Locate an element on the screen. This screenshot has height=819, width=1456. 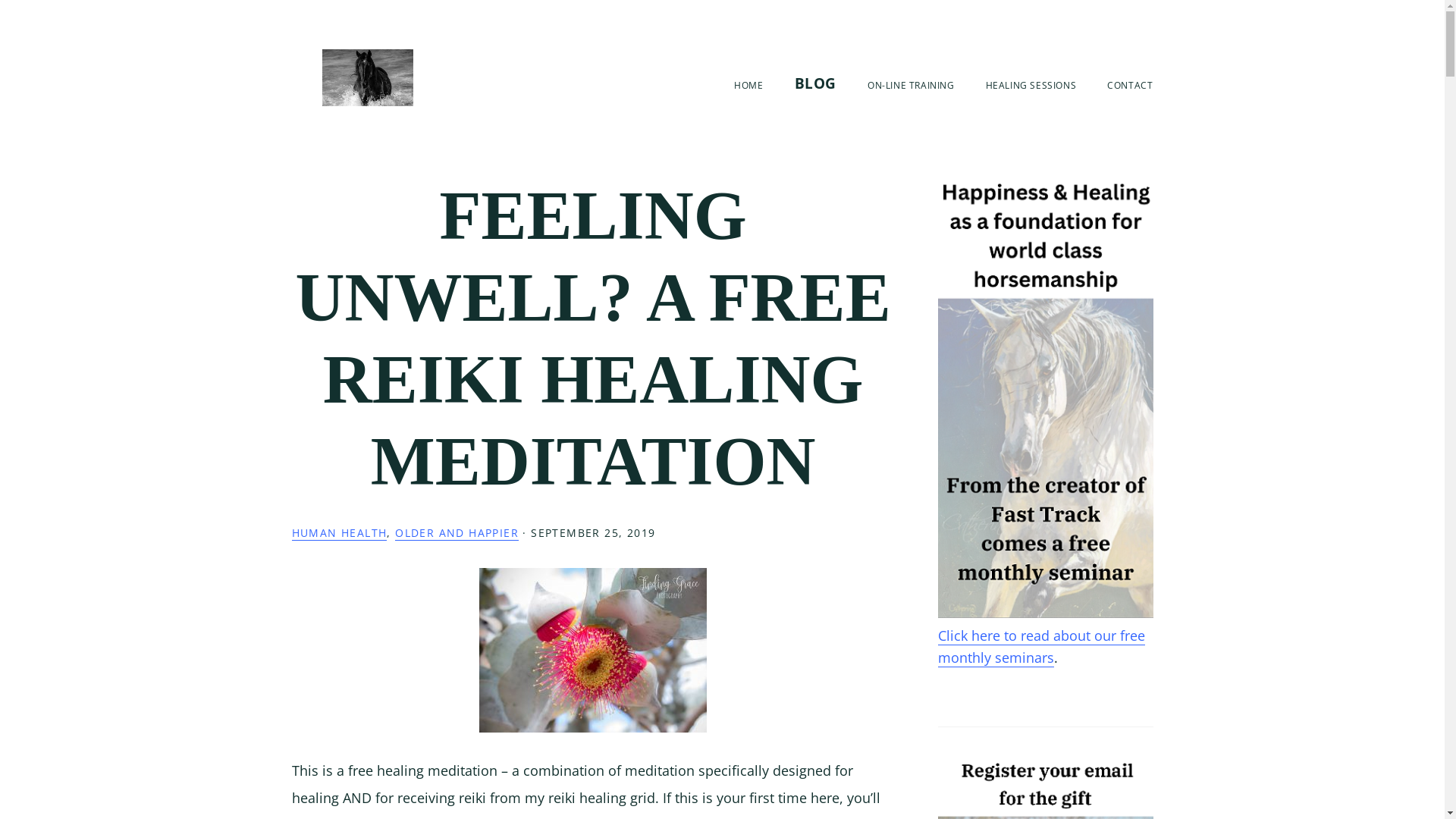
'OLDER AND HAPPIER' is located at coordinates (456, 532).